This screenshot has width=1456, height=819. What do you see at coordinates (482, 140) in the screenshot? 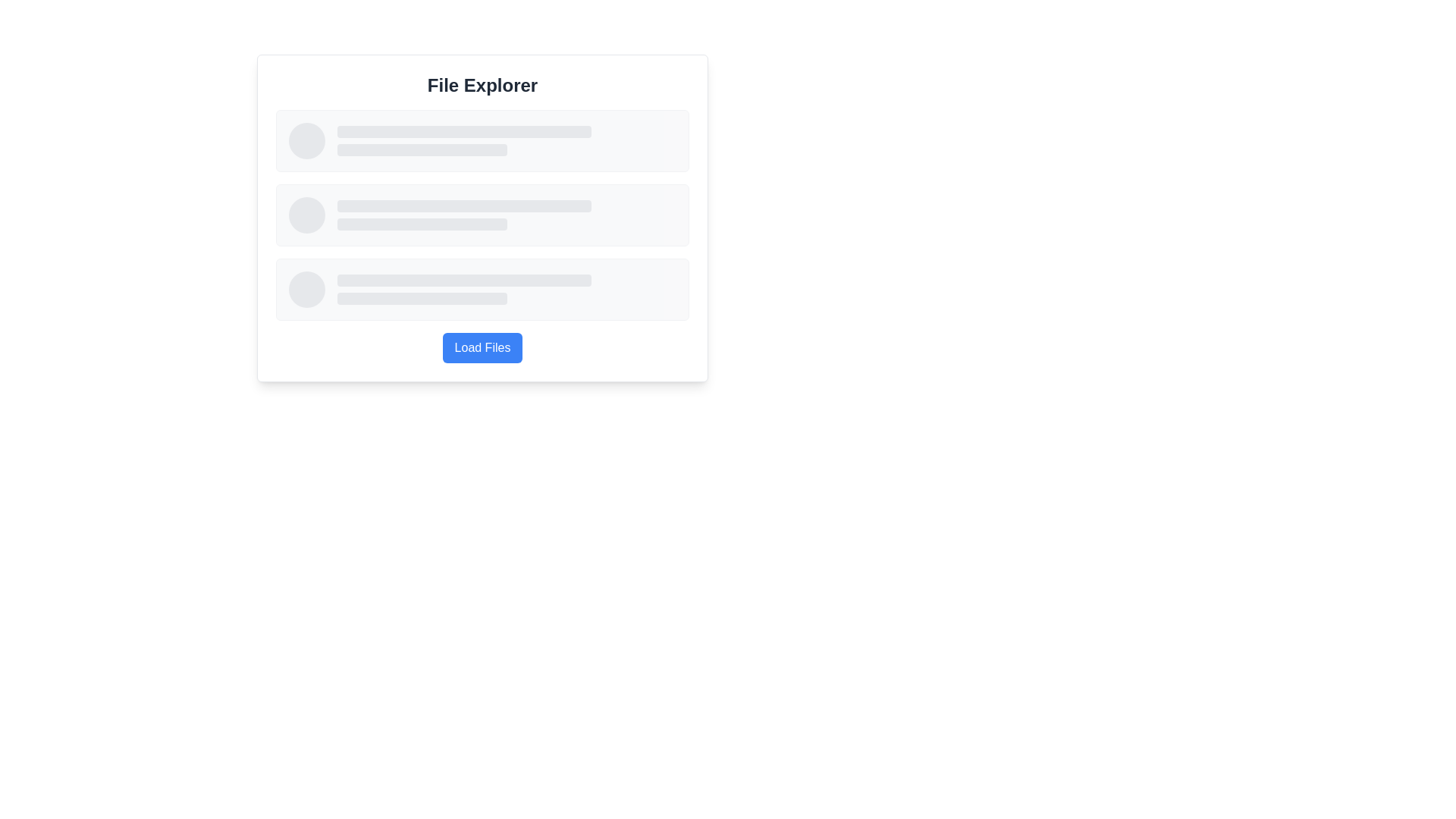
I see `the rectangular placeholder component of the first item in the vertically stacked list beneath the 'File Explorer' title section, which has a light gray background and rounded corners` at bounding box center [482, 140].